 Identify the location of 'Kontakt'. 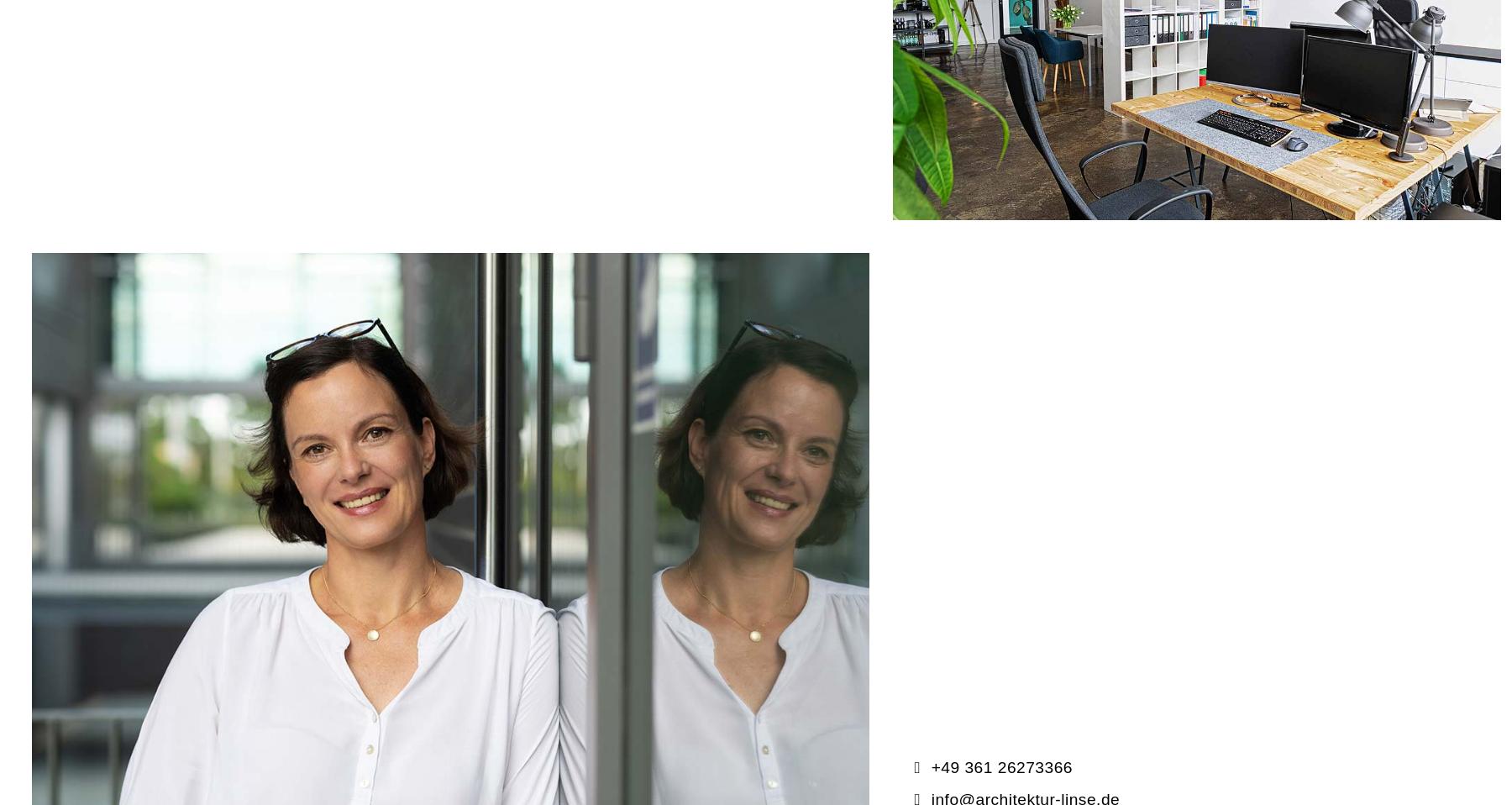
(30, 116).